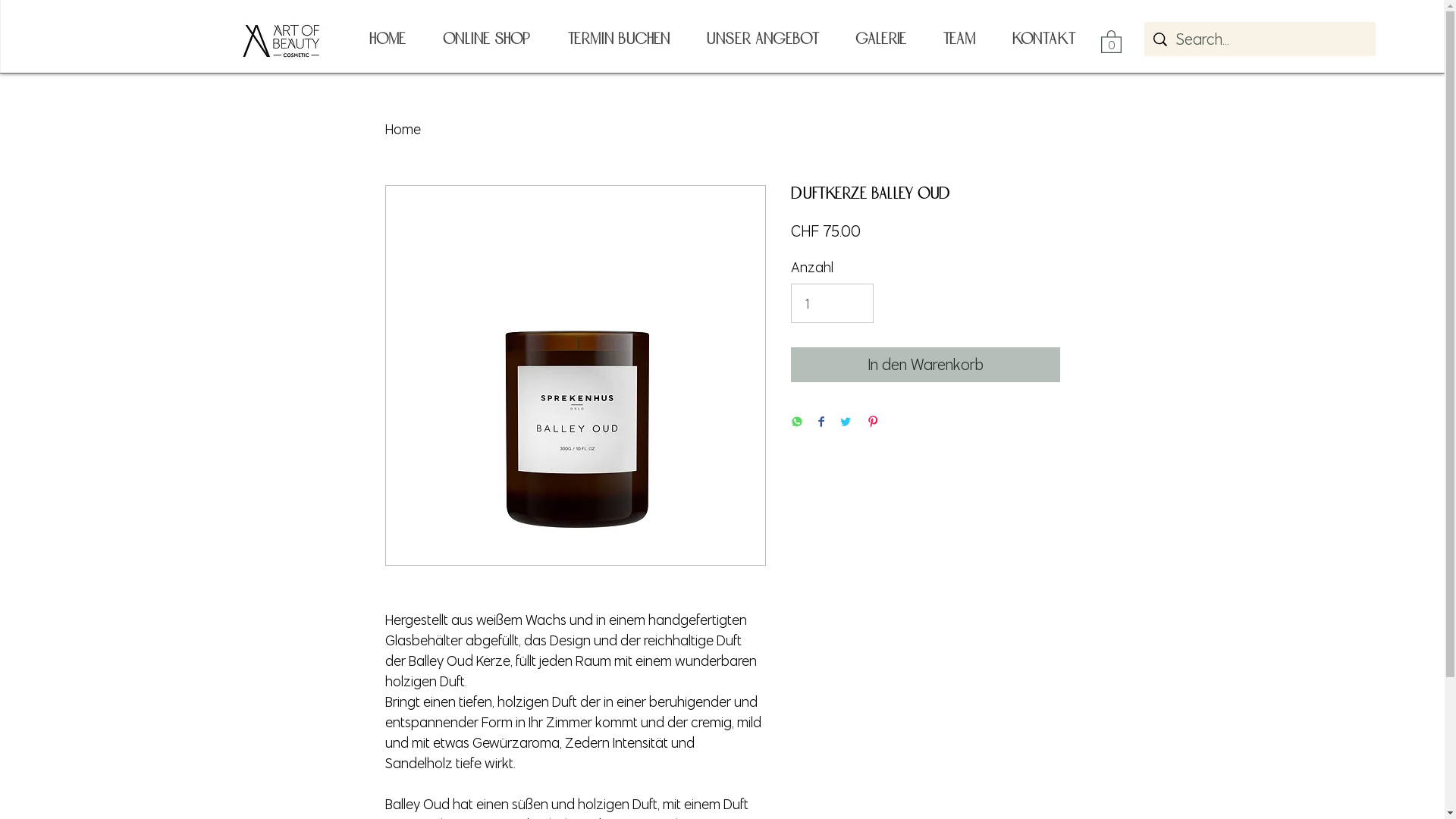 This screenshot has height=819, width=1456. I want to click on 'Home', so click(403, 128).